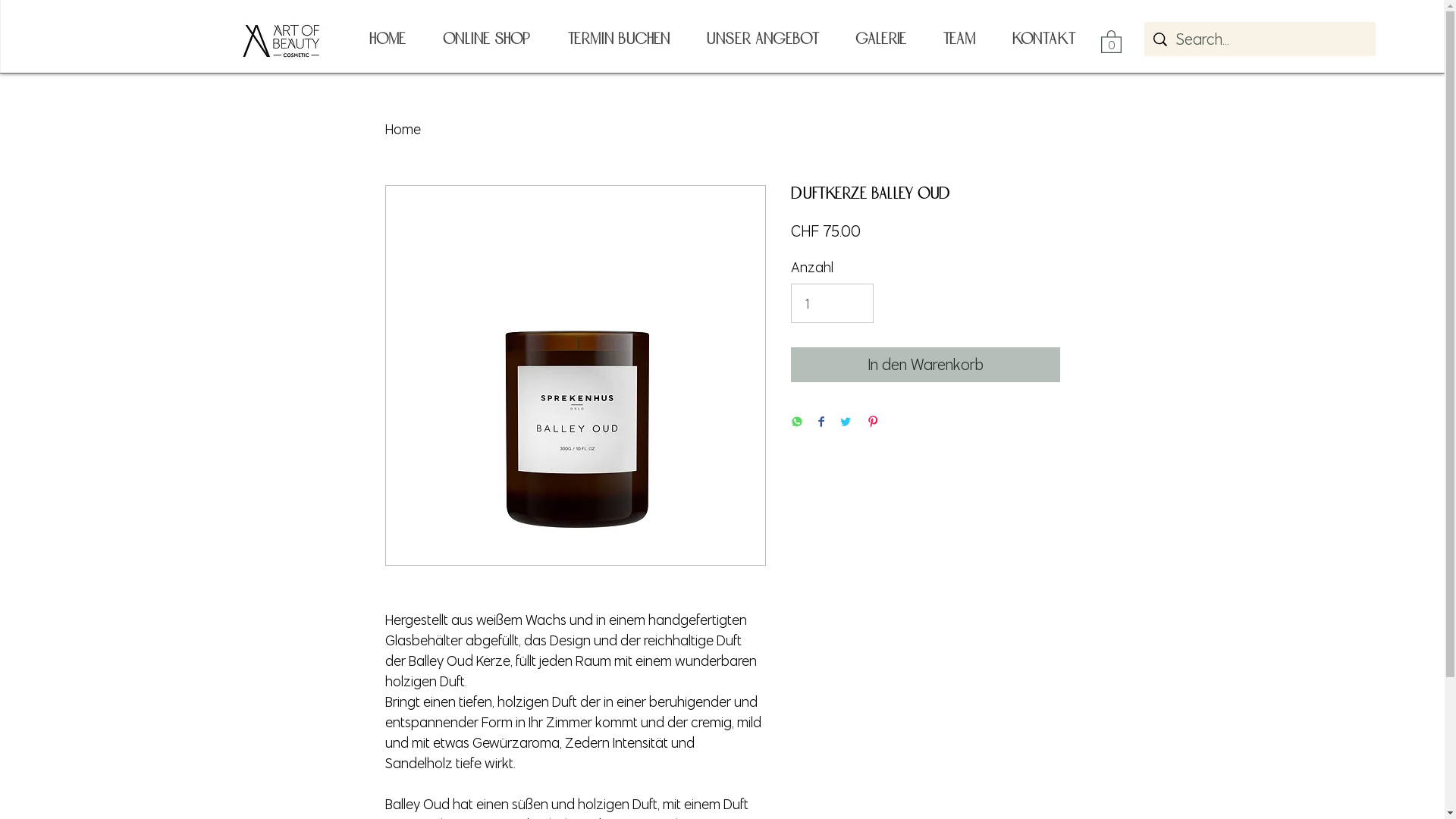 This screenshot has height=819, width=1456. I want to click on 'Home', so click(403, 128).